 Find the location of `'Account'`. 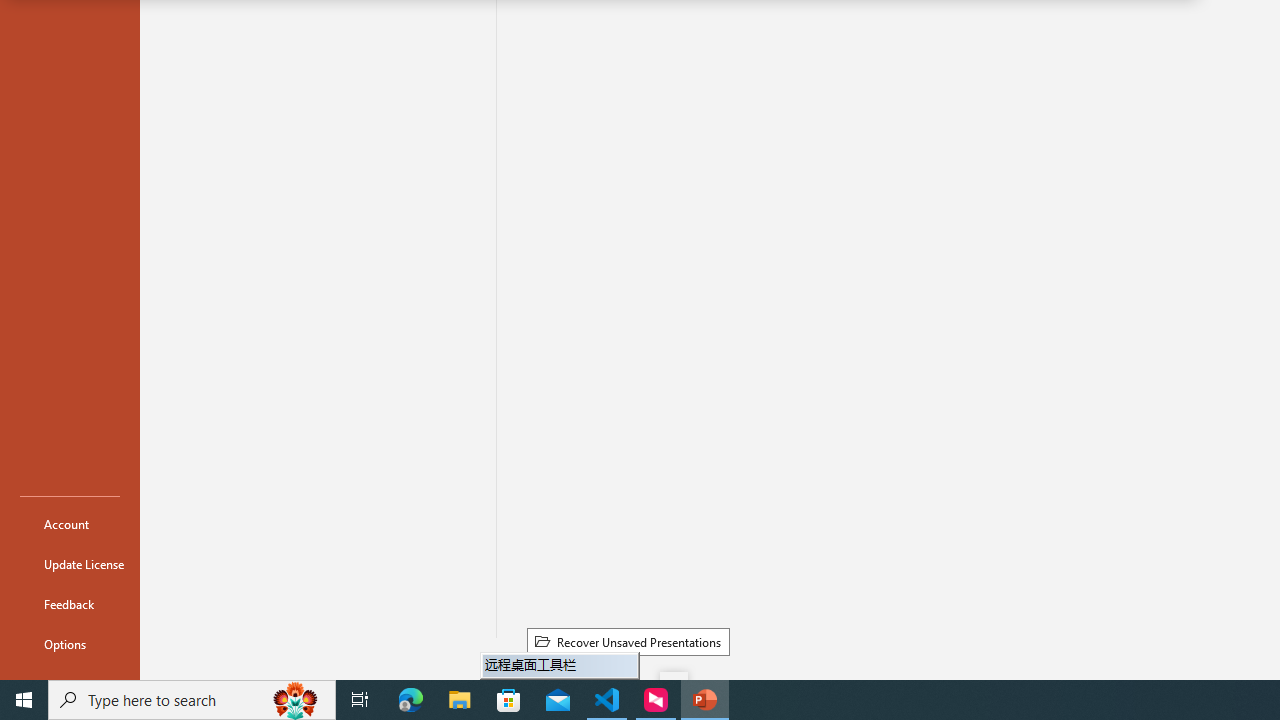

'Account' is located at coordinates (69, 523).